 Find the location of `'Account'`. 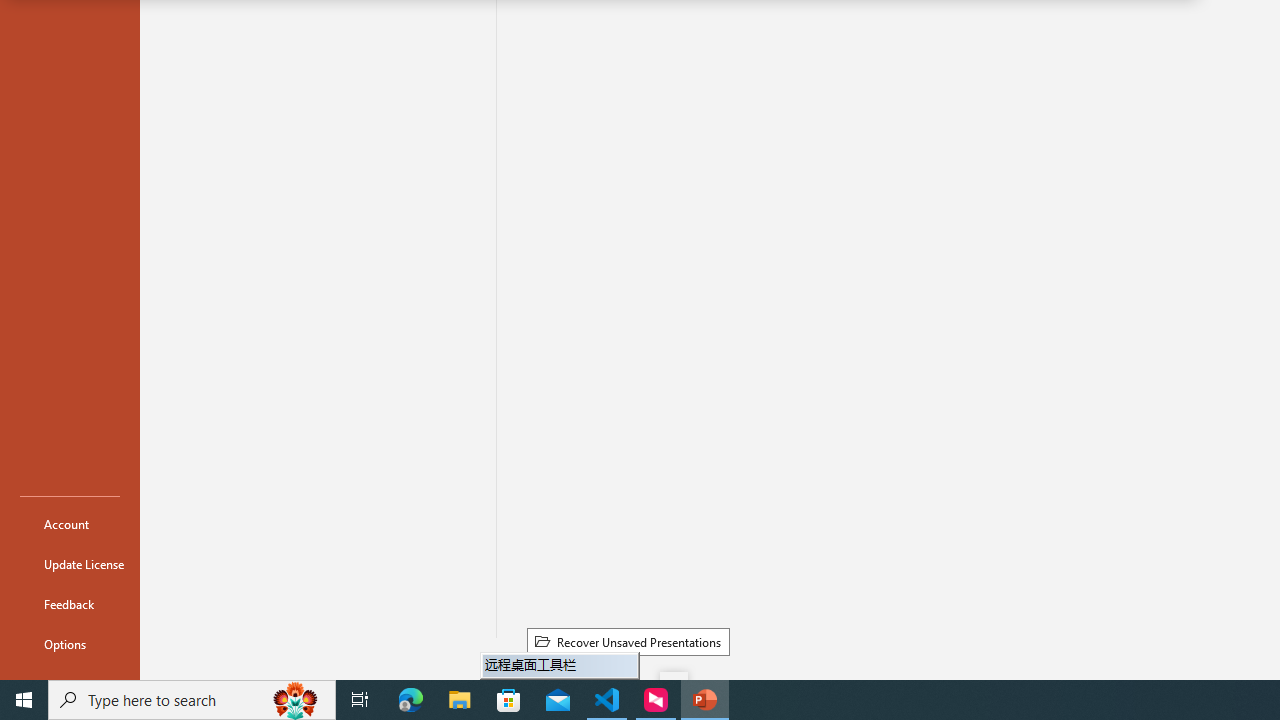

'Account' is located at coordinates (69, 523).